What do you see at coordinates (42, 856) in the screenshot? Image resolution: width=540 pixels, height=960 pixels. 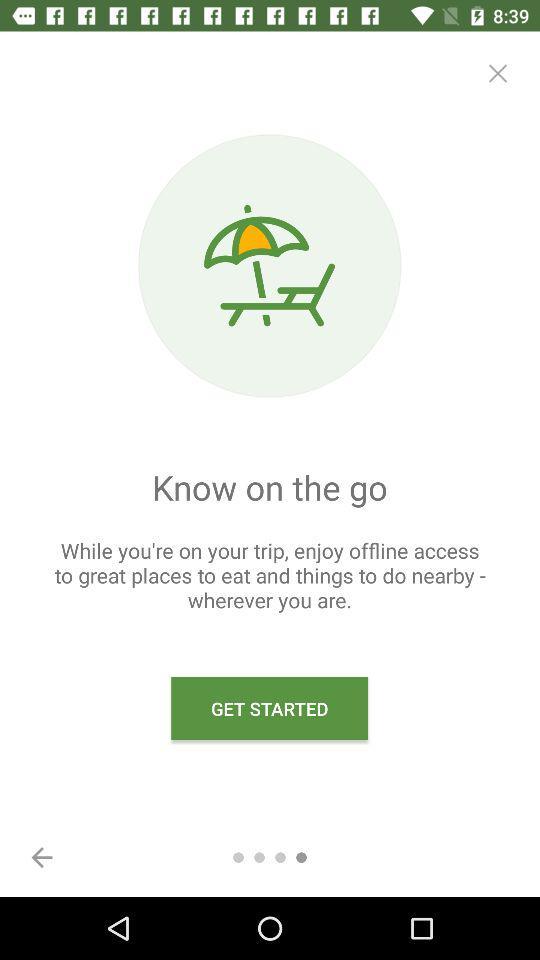 I see `the icon at the bottom left corner` at bounding box center [42, 856].